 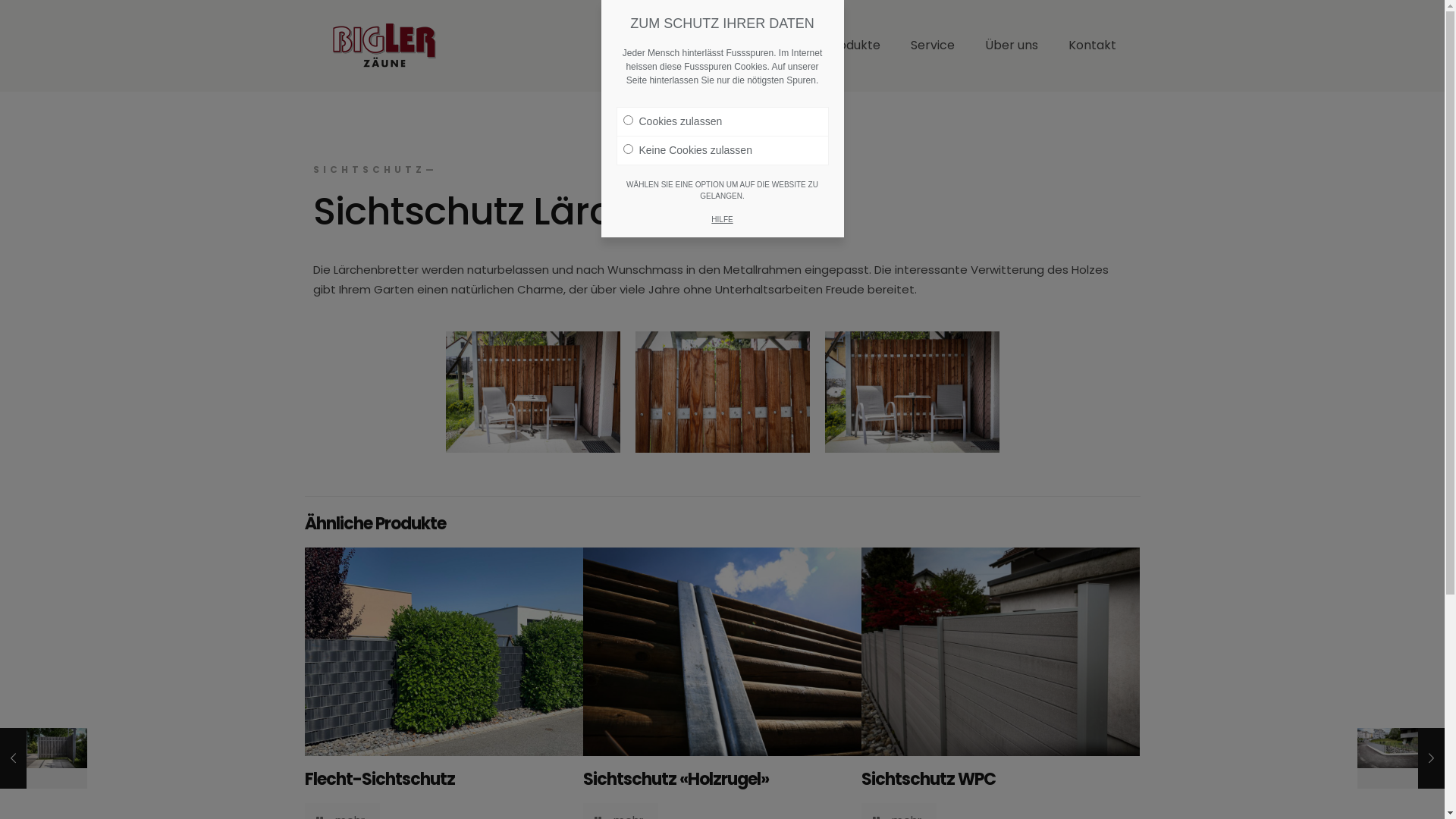 I want to click on 'Home', so click(x=777, y=45).